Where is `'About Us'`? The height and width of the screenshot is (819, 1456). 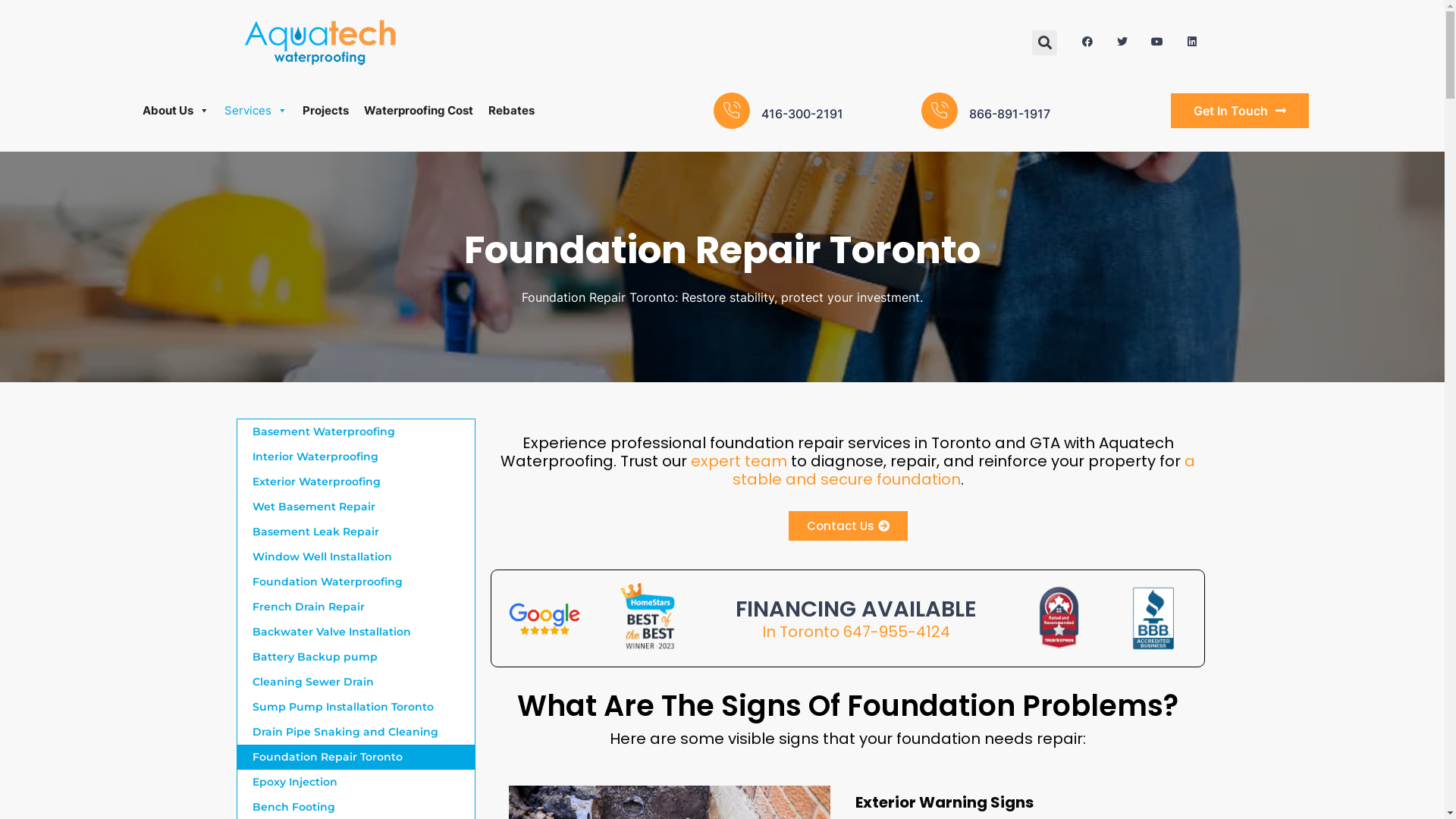
'About Us' is located at coordinates (134, 110).